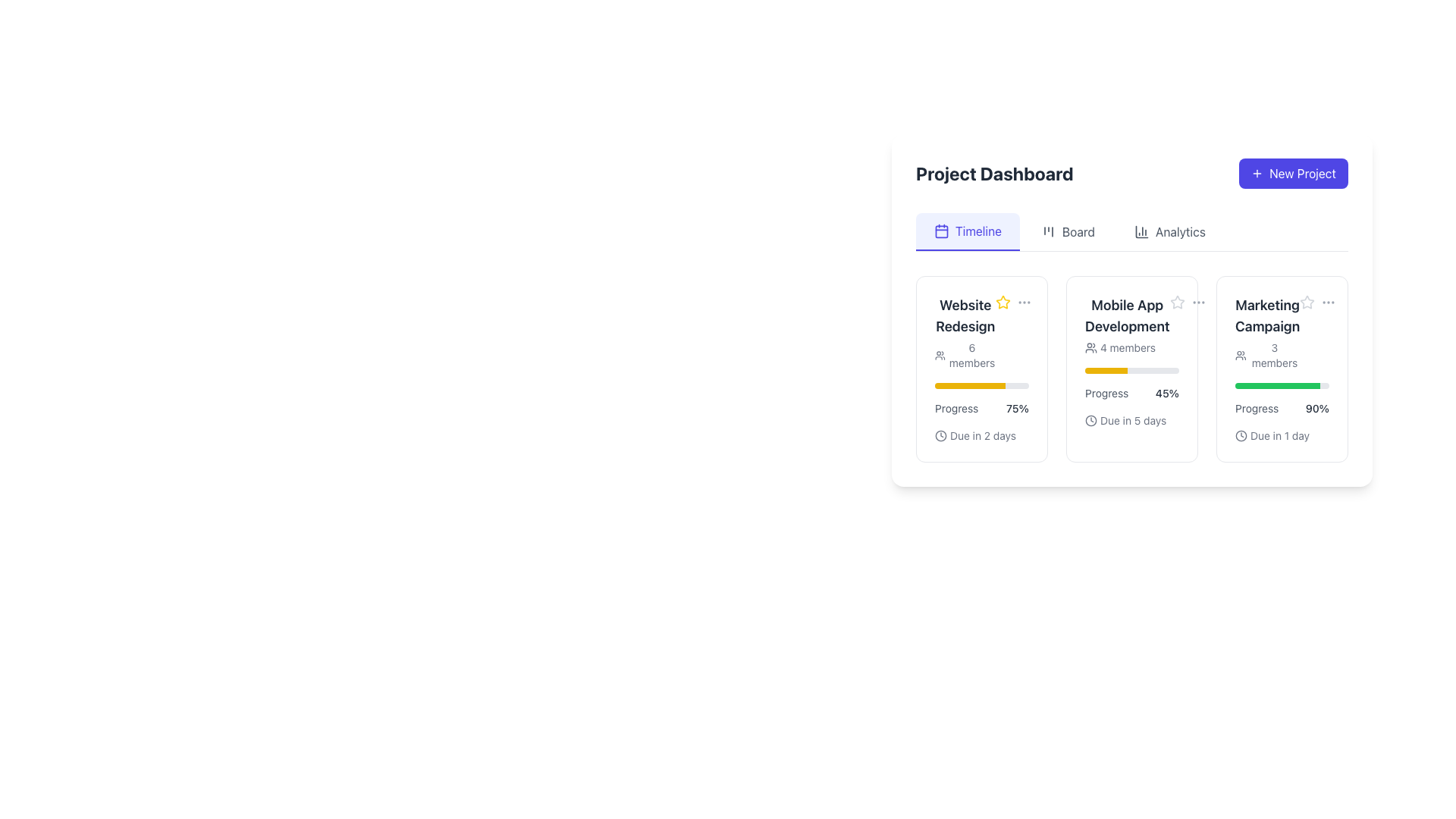 This screenshot has height=819, width=1456. What do you see at coordinates (967, 231) in the screenshot?
I see `the leftmost navigation tab in the dashboard` at bounding box center [967, 231].